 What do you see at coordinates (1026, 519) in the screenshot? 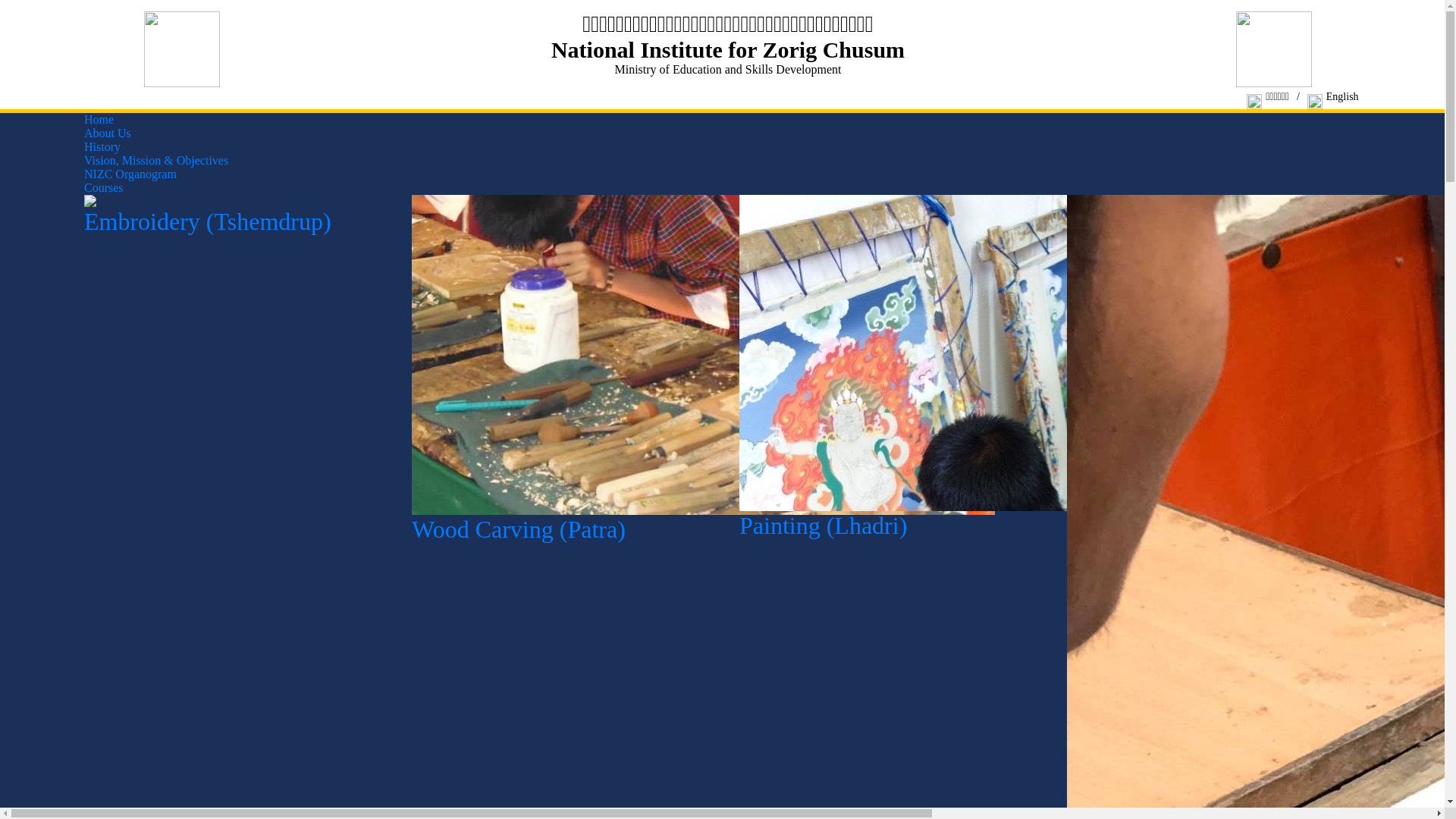
I see `'Painting (Lhadri)'` at bounding box center [1026, 519].